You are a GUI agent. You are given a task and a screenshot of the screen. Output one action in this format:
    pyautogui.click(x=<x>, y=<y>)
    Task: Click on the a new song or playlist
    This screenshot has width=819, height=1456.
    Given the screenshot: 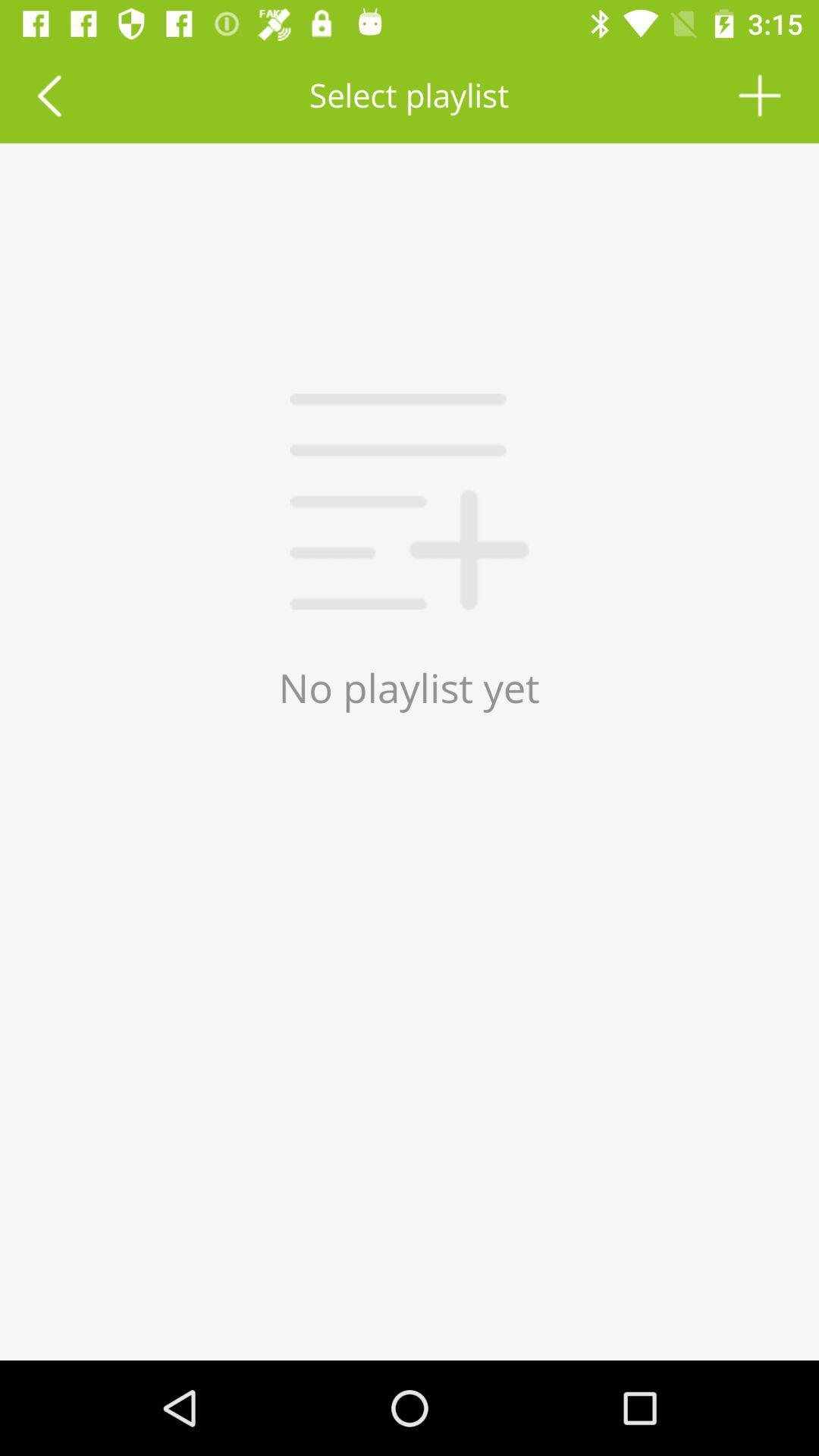 What is the action you would take?
    pyautogui.click(x=760, y=94)
    